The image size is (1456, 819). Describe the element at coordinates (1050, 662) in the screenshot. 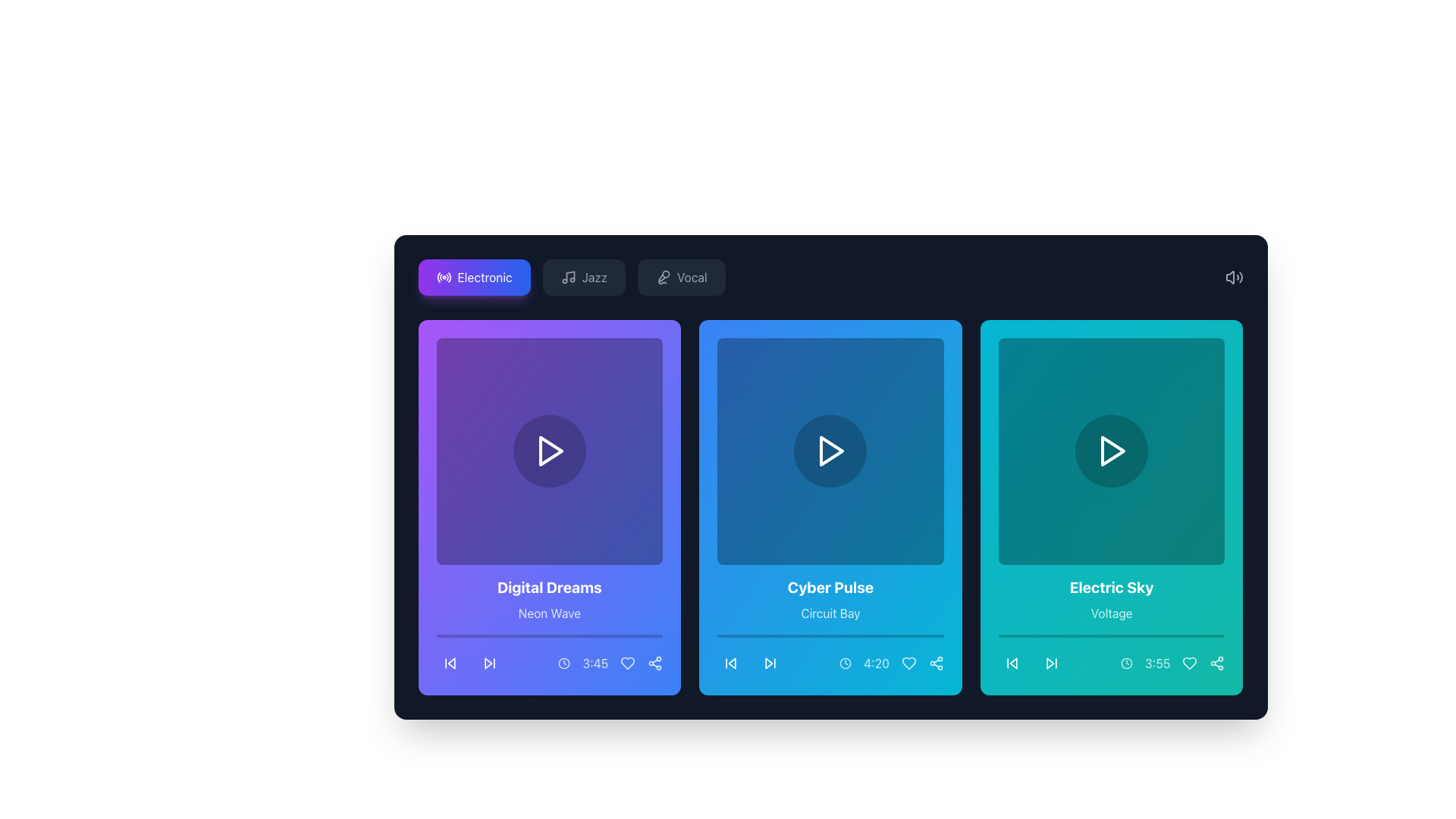

I see `the skip-forward button located towards the bottom-right of the 'Electric Sky' album card, which is the second button in the row of playback control buttons` at that location.